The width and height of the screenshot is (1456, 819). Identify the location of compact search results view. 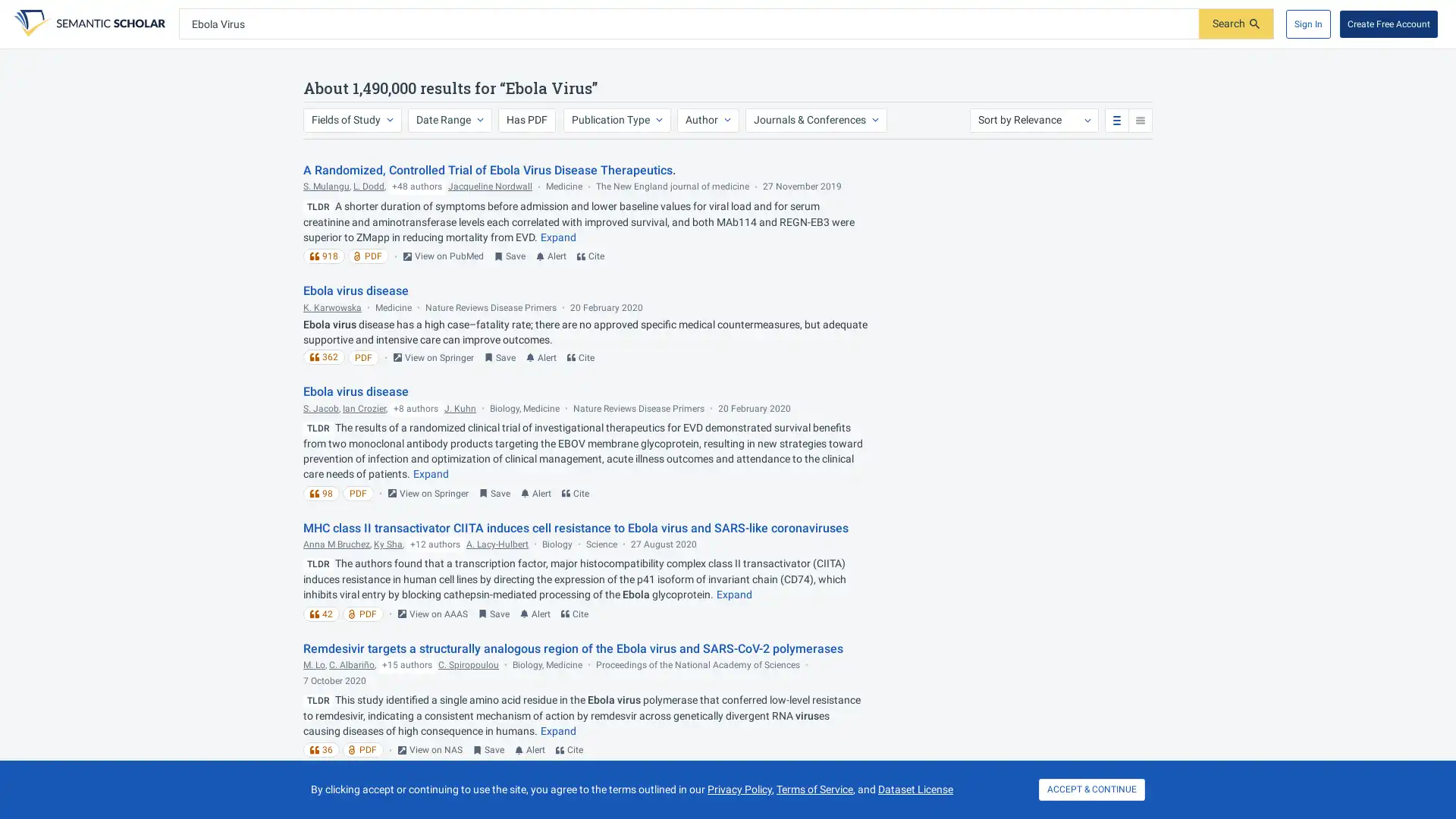
(1140, 119).